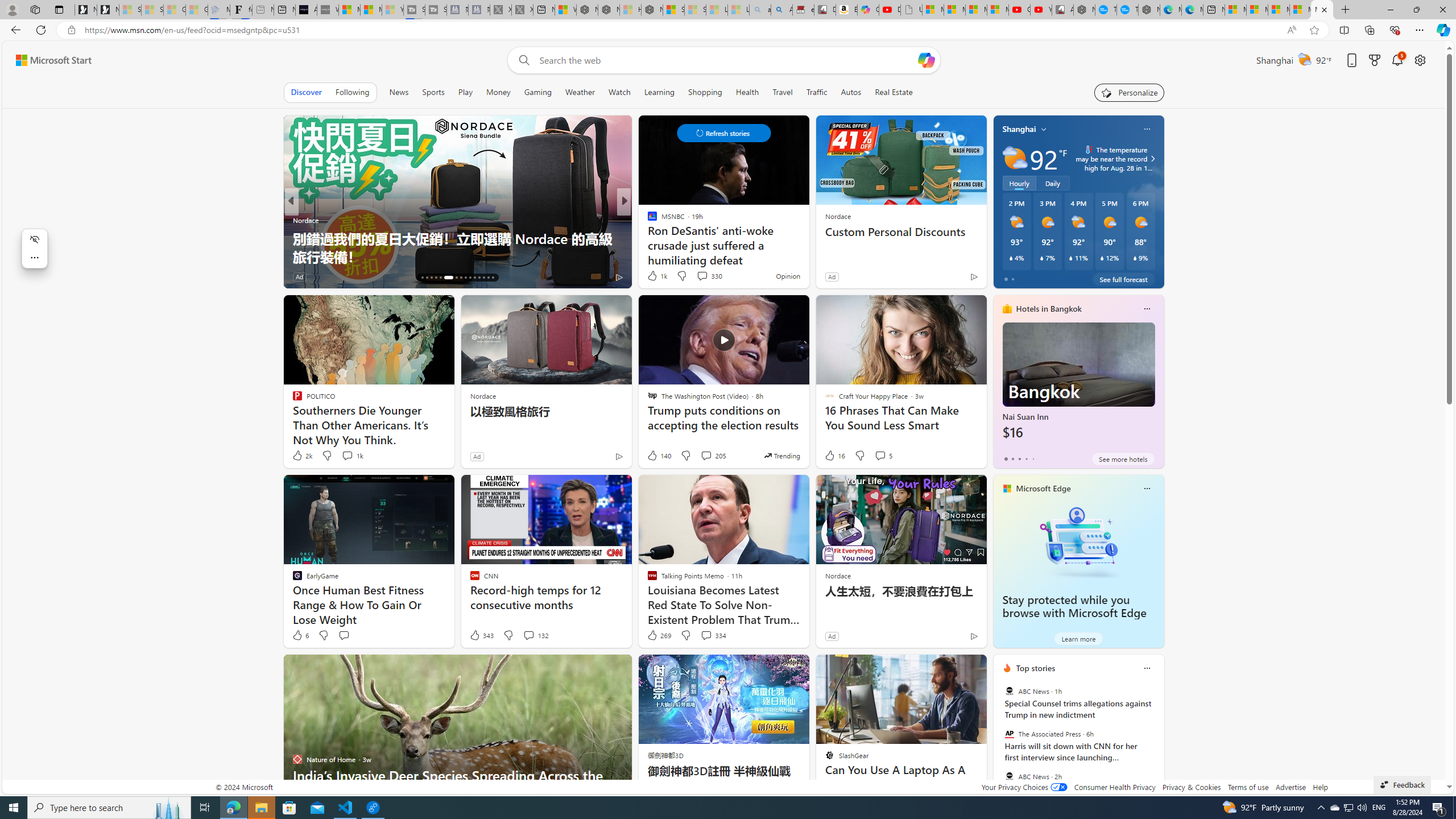 Image resolution: width=1456 pixels, height=819 pixels. What do you see at coordinates (652, 276) in the screenshot?
I see `'18 Like'` at bounding box center [652, 276].